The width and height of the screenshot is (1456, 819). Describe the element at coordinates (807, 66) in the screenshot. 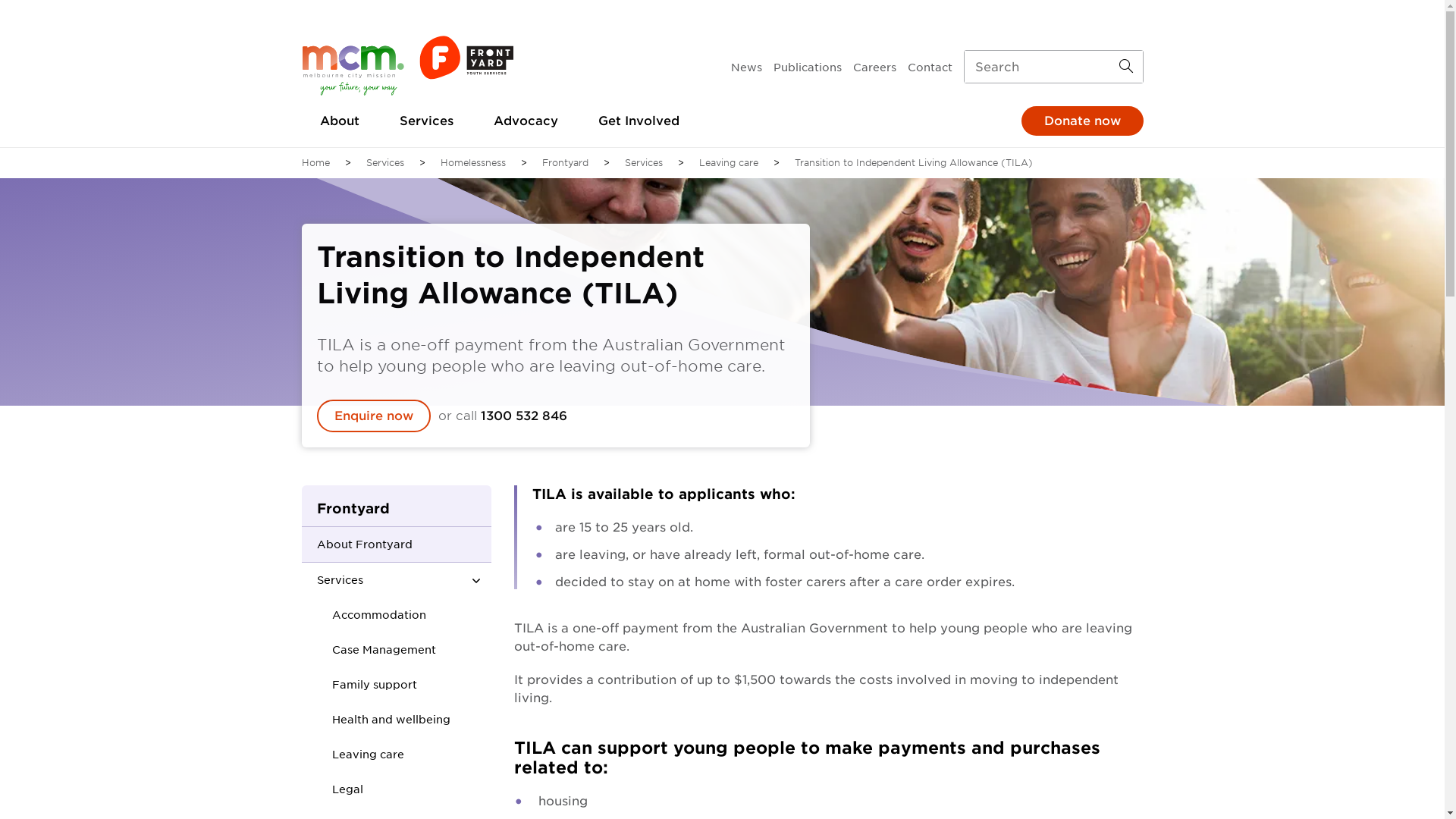

I see `'Publications'` at that location.